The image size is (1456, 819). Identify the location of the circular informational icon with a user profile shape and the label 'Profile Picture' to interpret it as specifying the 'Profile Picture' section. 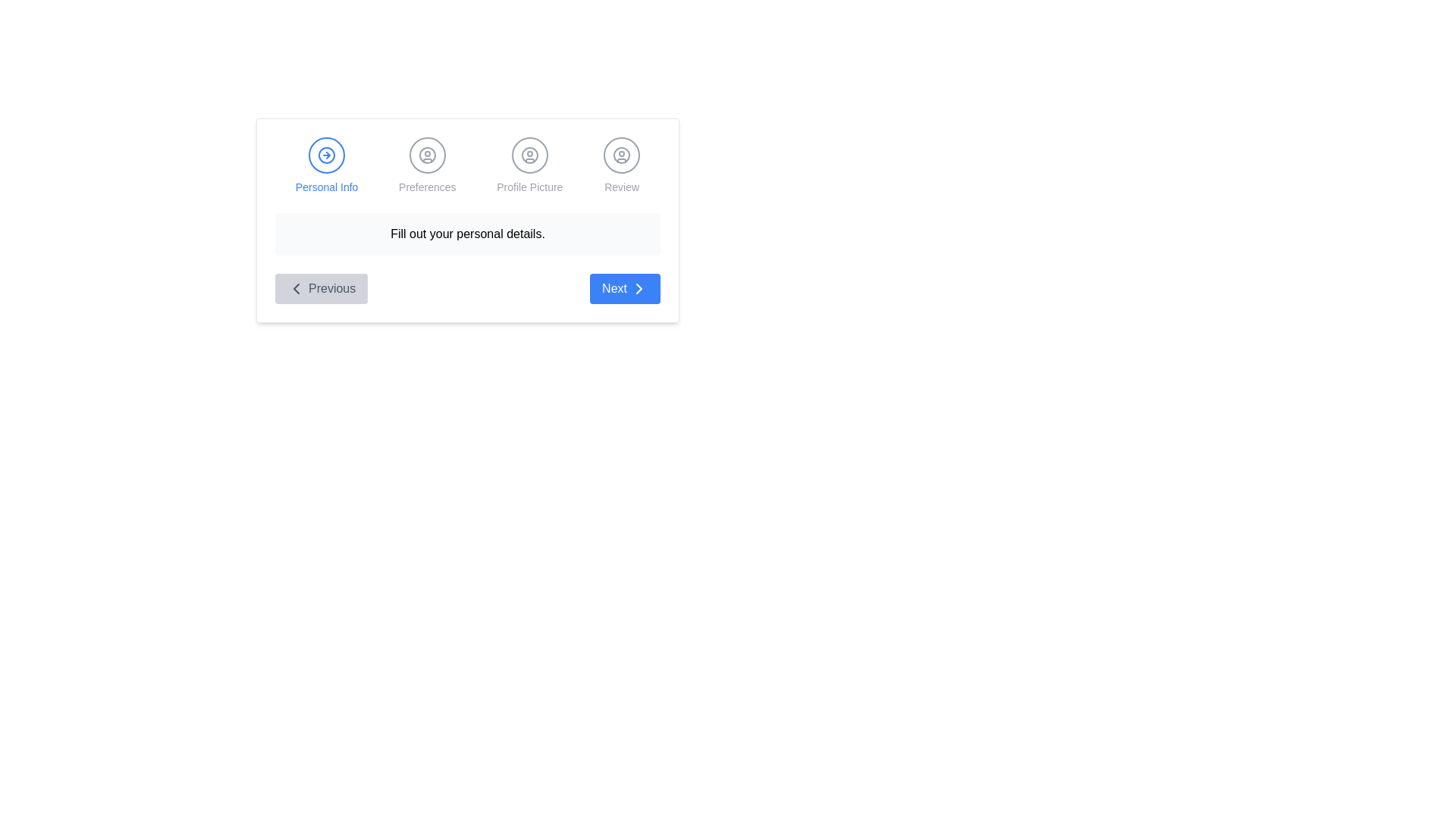
(529, 166).